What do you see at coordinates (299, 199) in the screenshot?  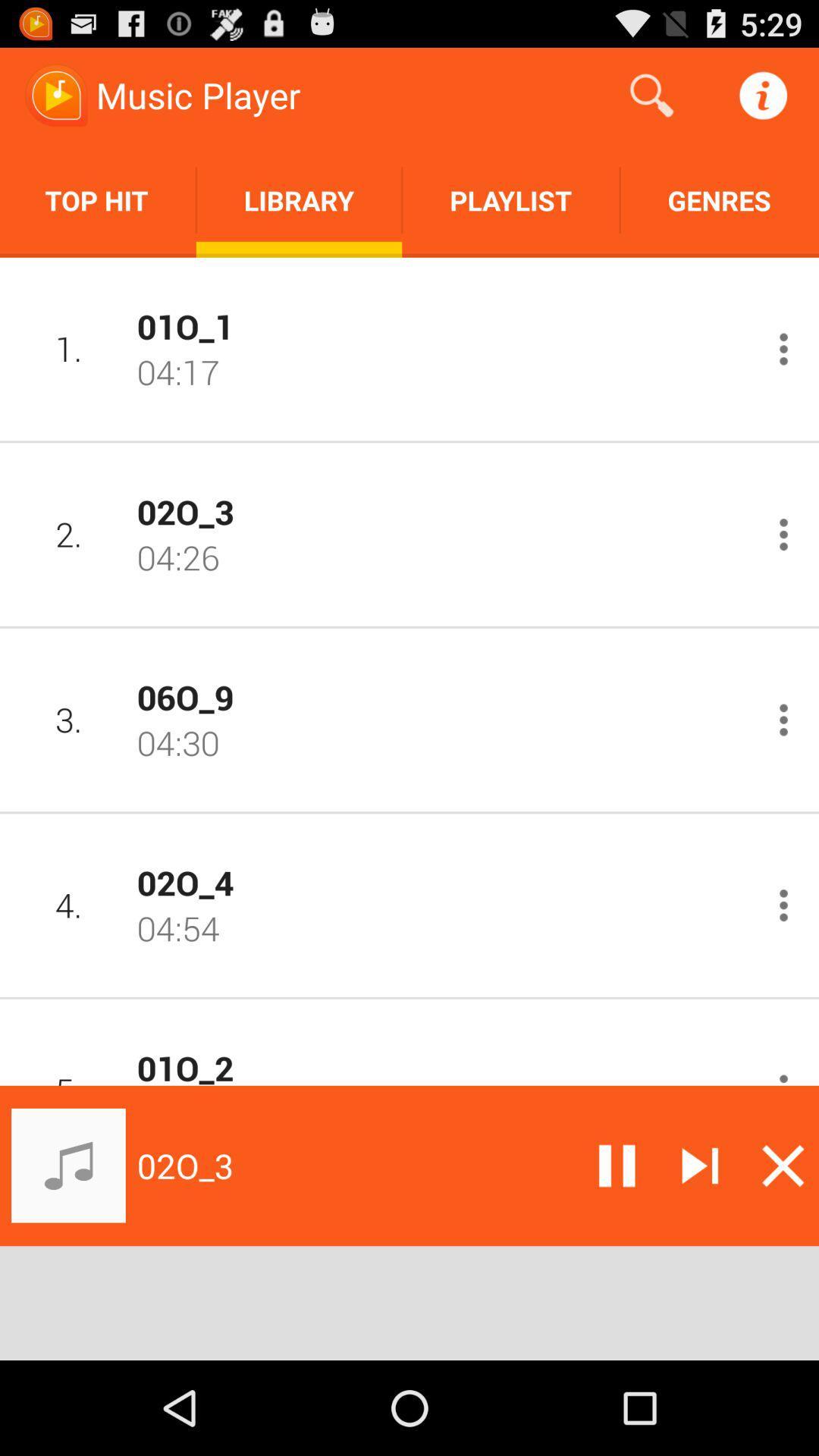 I see `item next to the top hit app` at bounding box center [299, 199].